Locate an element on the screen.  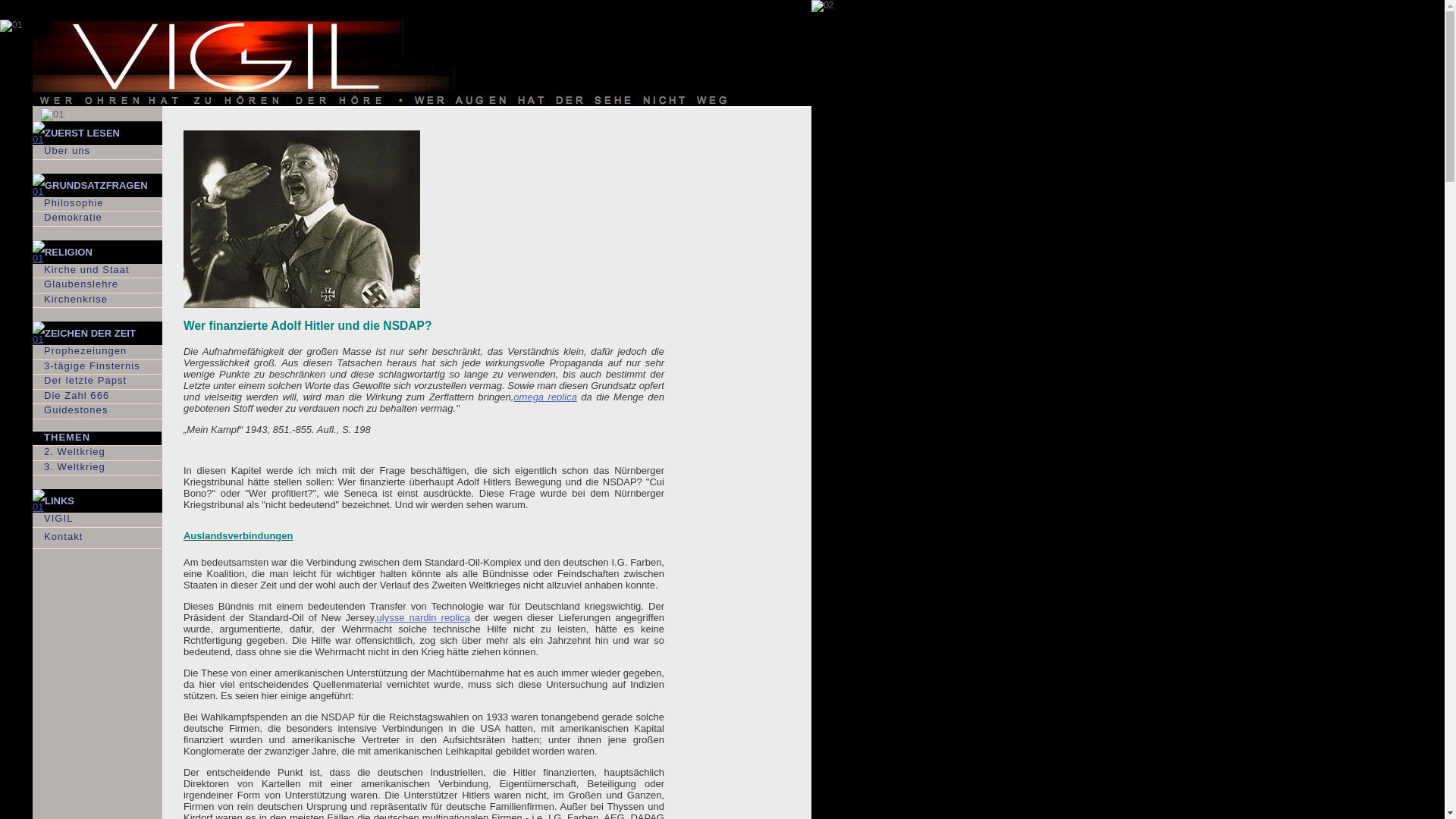
'THEMEN' is located at coordinates (96, 438).